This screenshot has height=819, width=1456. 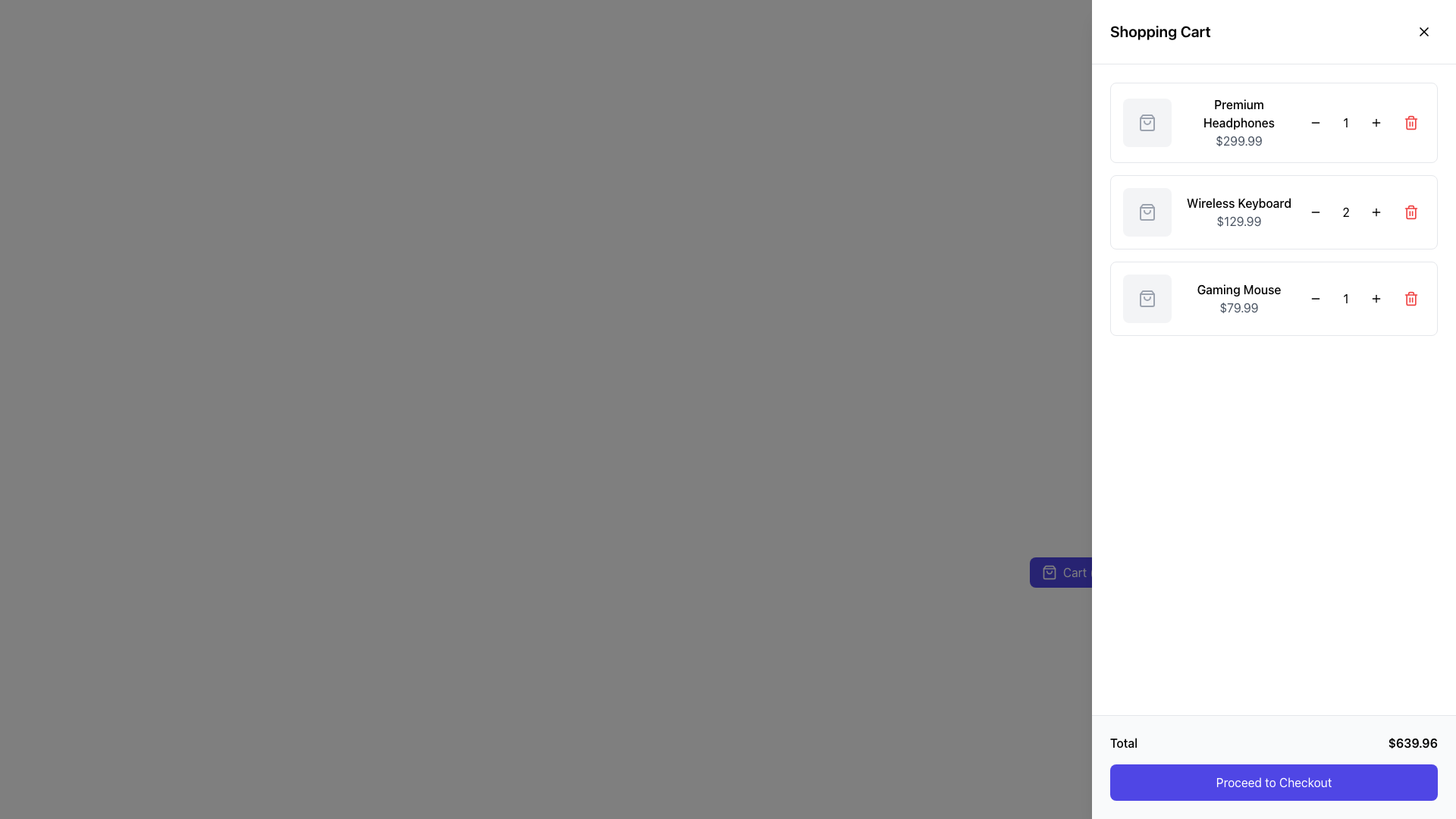 I want to click on value '1' displayed in the text box located between the decrement and increment buttons of the quantity selector for 'Premium Headphones' priced at '$299.99', so click(x=1346, y=122).